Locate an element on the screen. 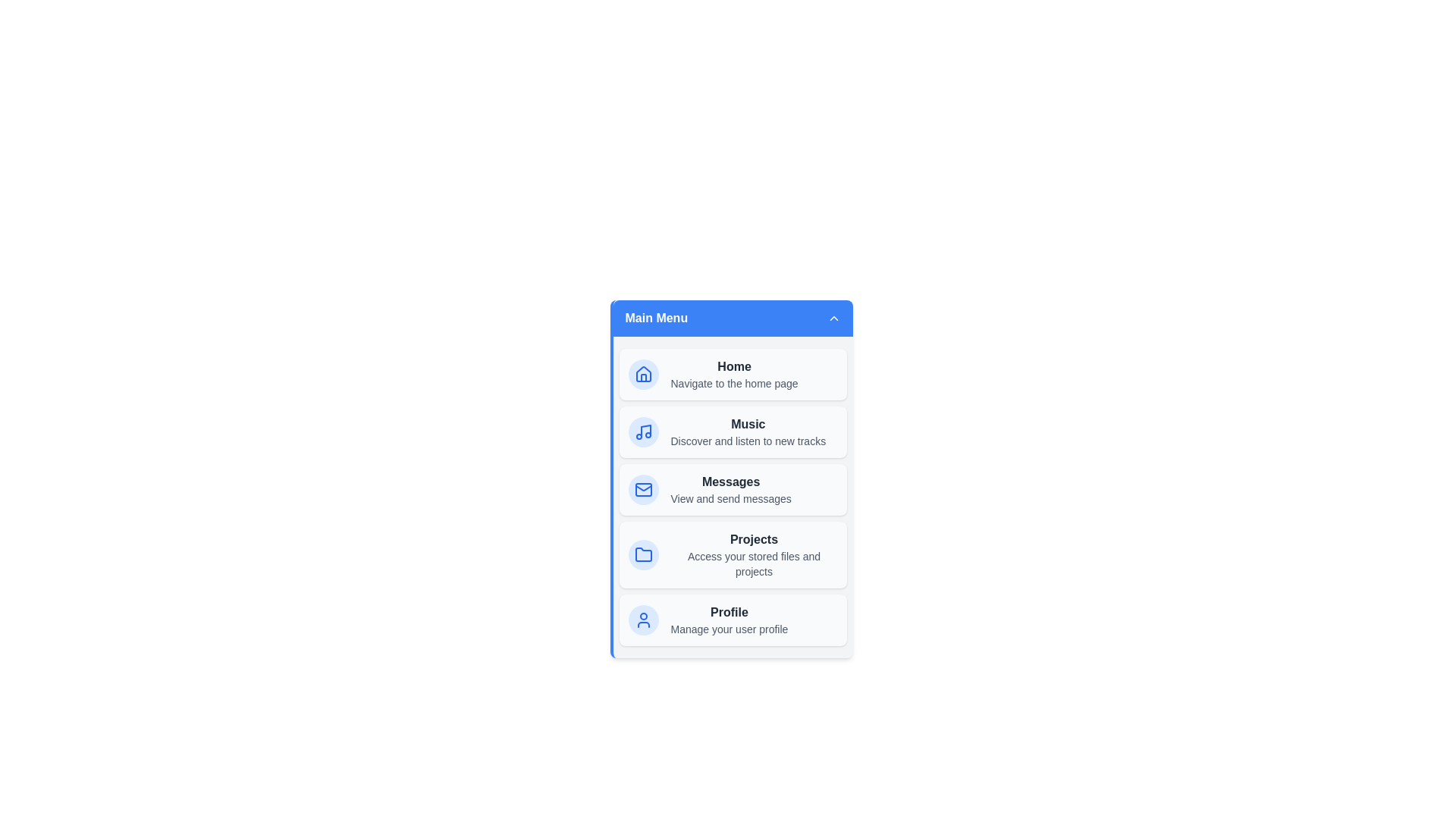  the menu item Messages to navigate to its respective section is located at coordinates (733, 489).